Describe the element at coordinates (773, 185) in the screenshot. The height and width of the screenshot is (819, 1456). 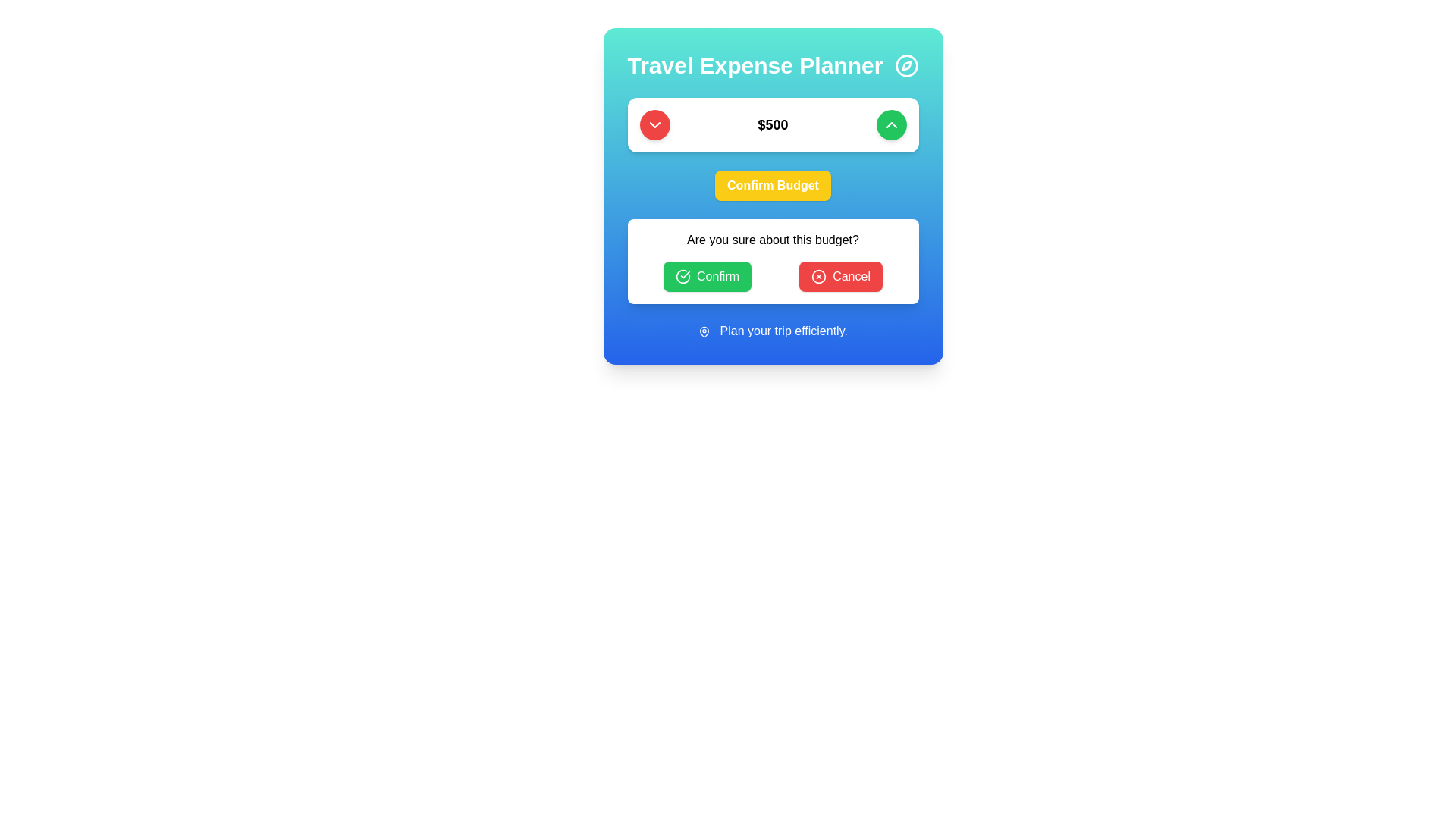
I see `the confirmation button located directly below the budget amount display to confirm the selected budget value` at that location.